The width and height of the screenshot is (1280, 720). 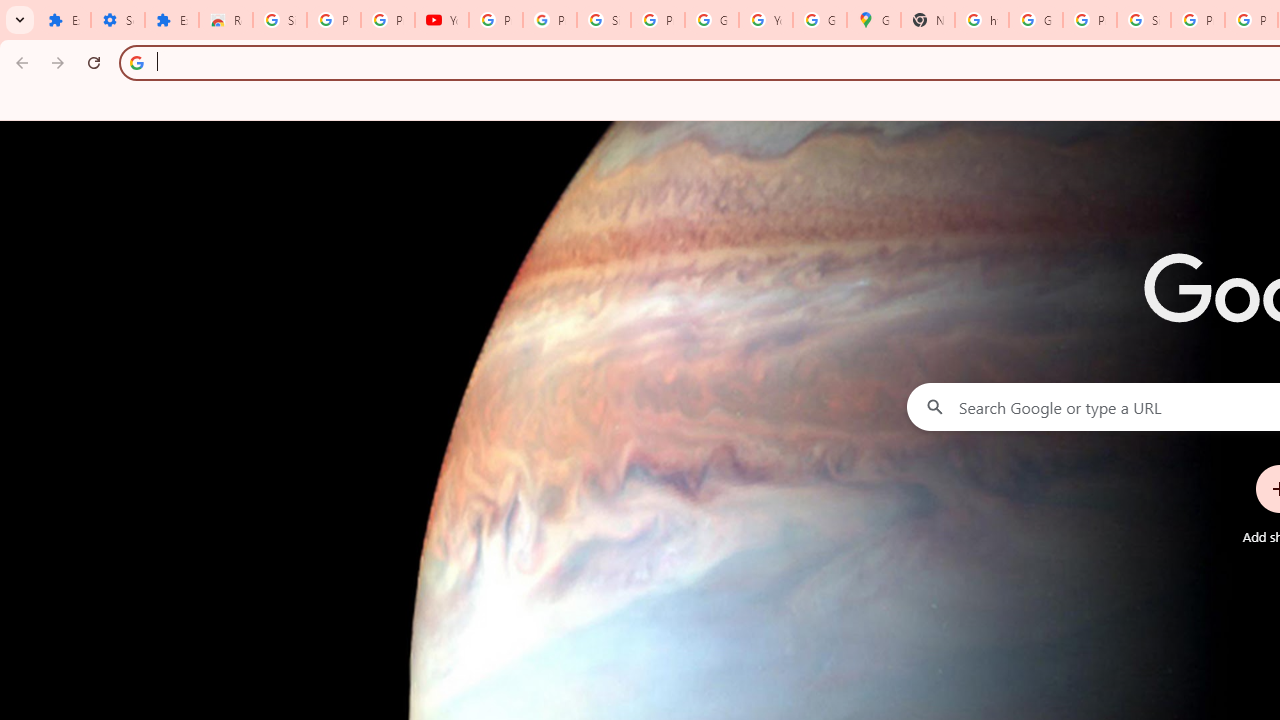 What do you see at coordinates (981, 20) in the screenshot?
I see `'https://scholar.google.com/'` at bounding box center [981, 20].